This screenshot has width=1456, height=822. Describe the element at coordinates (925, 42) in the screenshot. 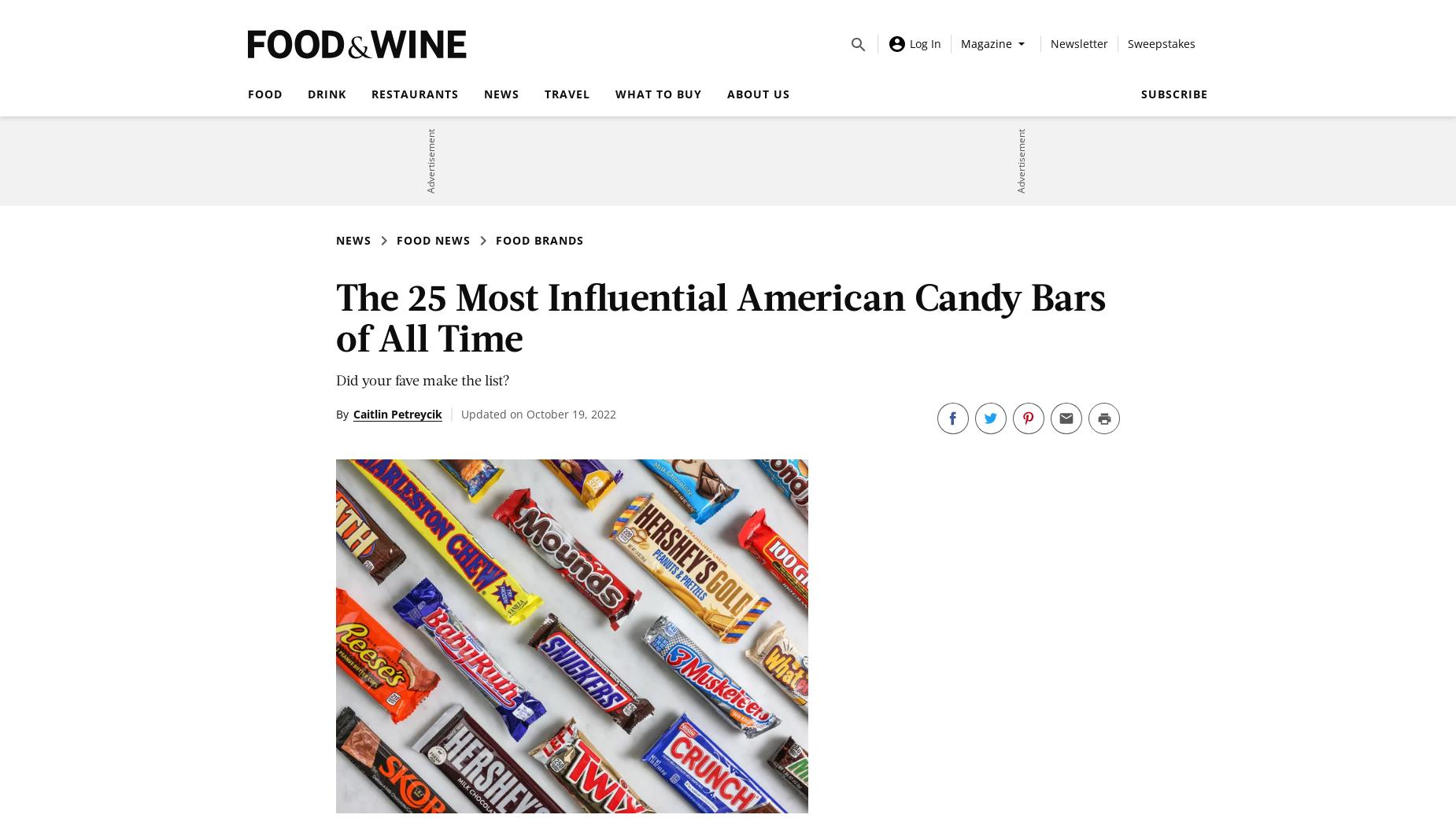

I see `'Log In'` at that location.